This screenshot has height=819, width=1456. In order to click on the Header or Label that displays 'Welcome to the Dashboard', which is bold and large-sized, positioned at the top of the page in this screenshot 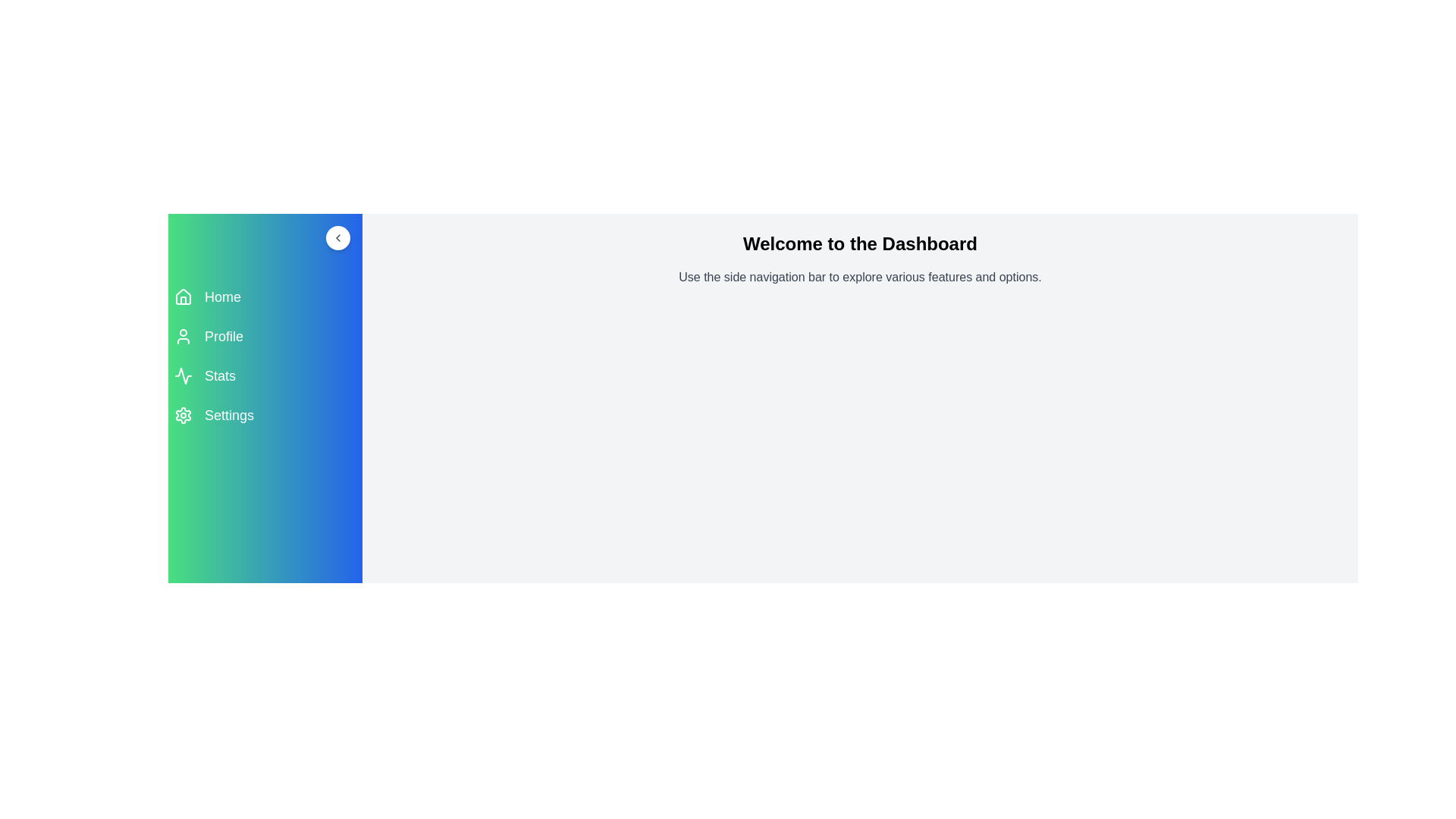, I will do `click(860, 243)`.